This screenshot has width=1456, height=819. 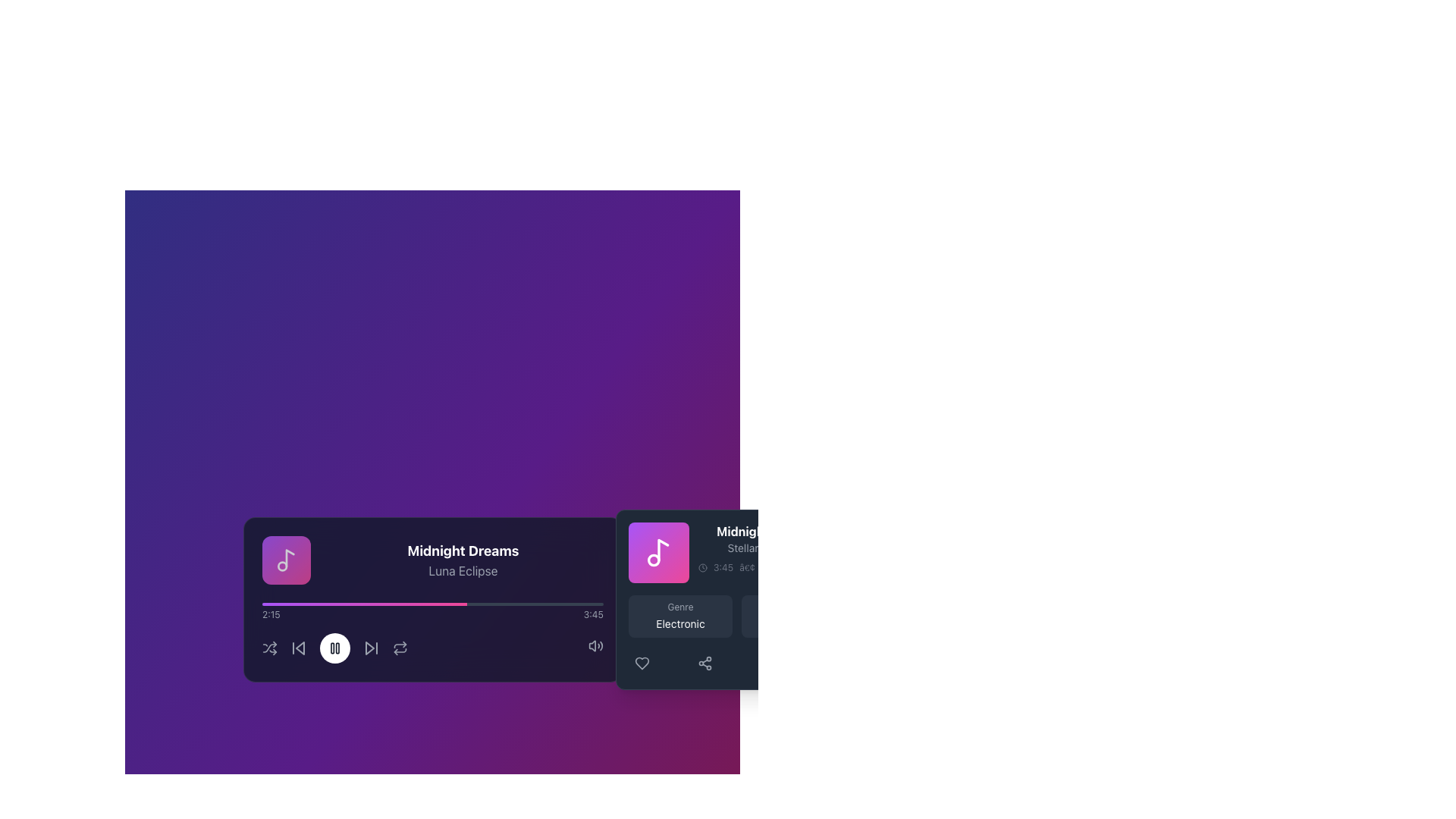 I want to click on playback progress, so click(x=475, y=604).